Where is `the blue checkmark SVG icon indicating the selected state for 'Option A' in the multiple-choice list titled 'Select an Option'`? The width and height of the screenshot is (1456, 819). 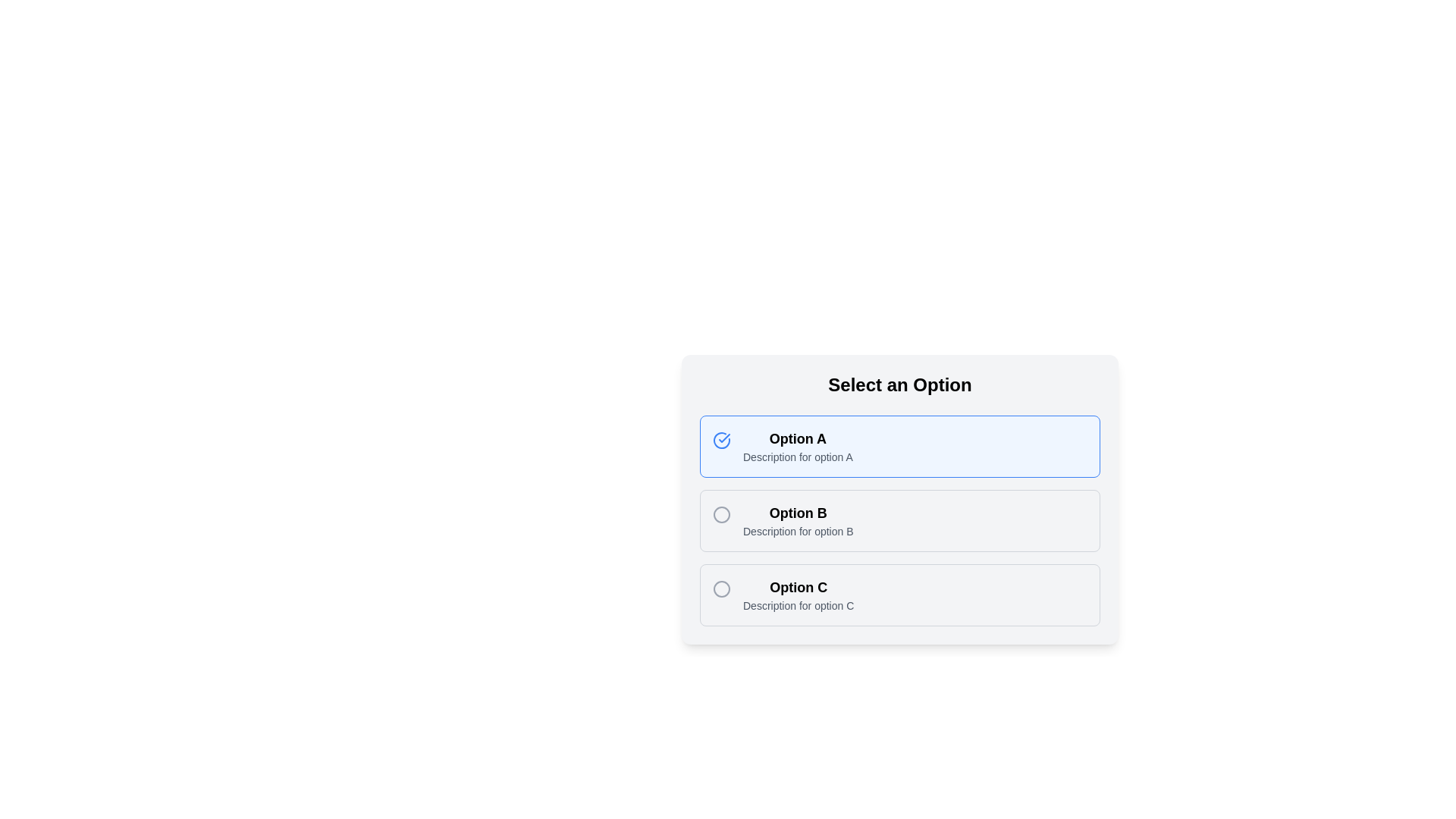 the blue checkmark SVG icon indicating the selected state for 'Option A' in the multiple-choice list titled 'Select an Option' is located at coordinates (723, 438).